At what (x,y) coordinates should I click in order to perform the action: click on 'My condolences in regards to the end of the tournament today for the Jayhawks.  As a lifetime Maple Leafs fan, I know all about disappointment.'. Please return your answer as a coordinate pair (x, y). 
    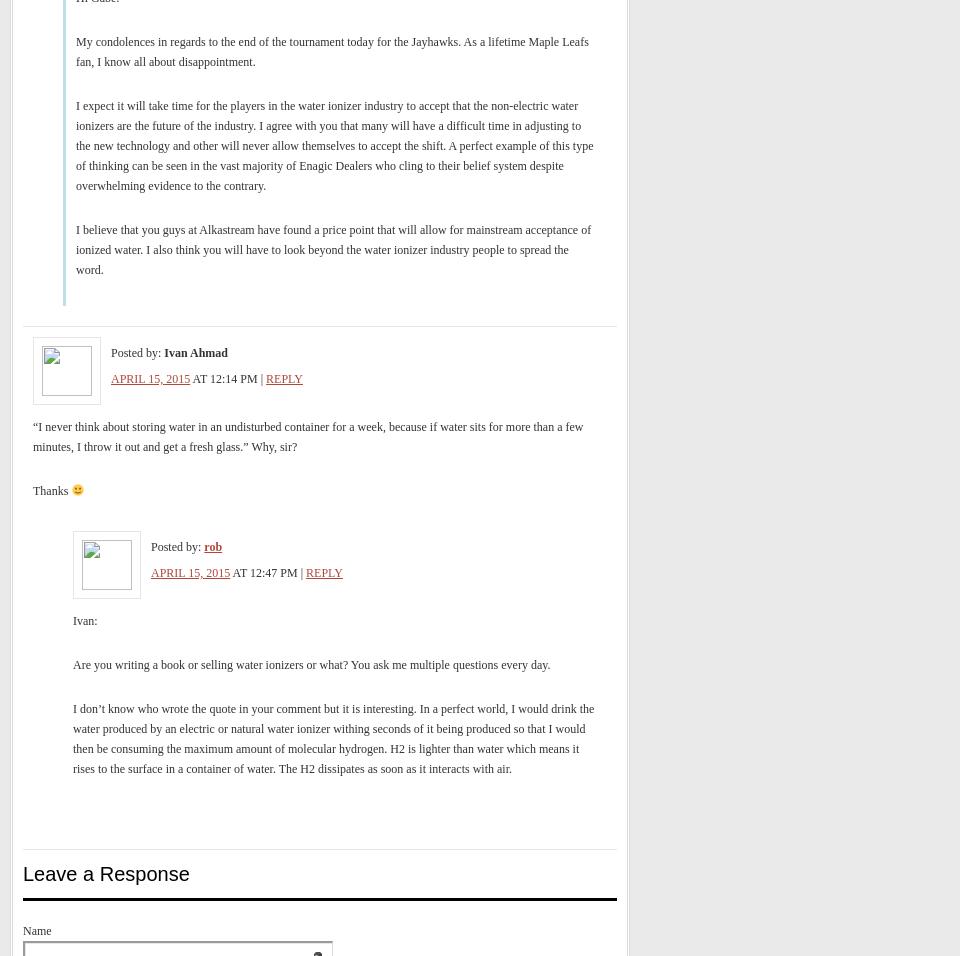
    Looking at the image, I should click on (76, 51).